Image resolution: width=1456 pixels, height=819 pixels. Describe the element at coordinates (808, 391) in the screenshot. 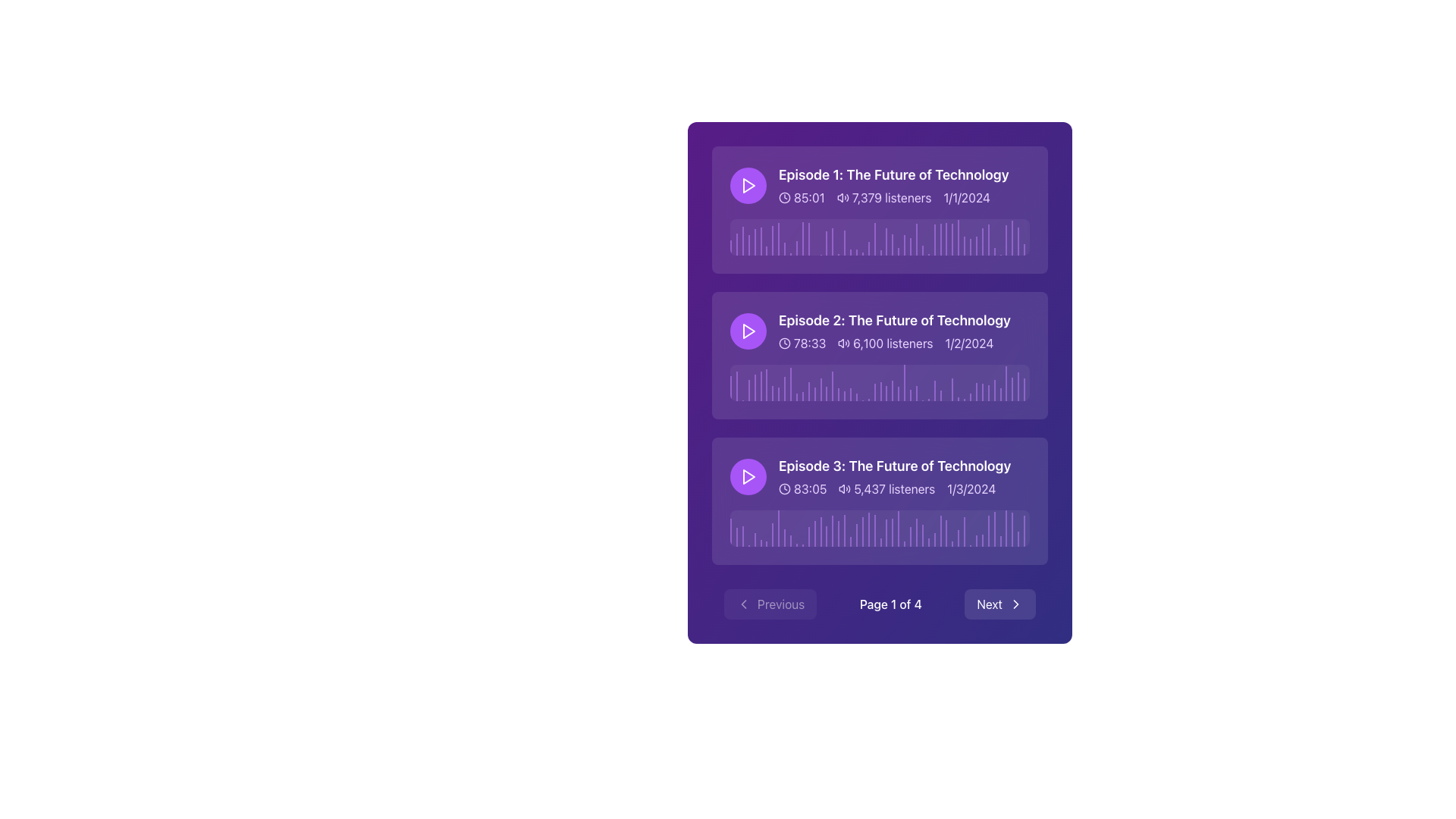

I see `the purple semi-transparent vertical bar positioned at the 14th location among similar bars in the waveform visualization for the second episode` at that location.